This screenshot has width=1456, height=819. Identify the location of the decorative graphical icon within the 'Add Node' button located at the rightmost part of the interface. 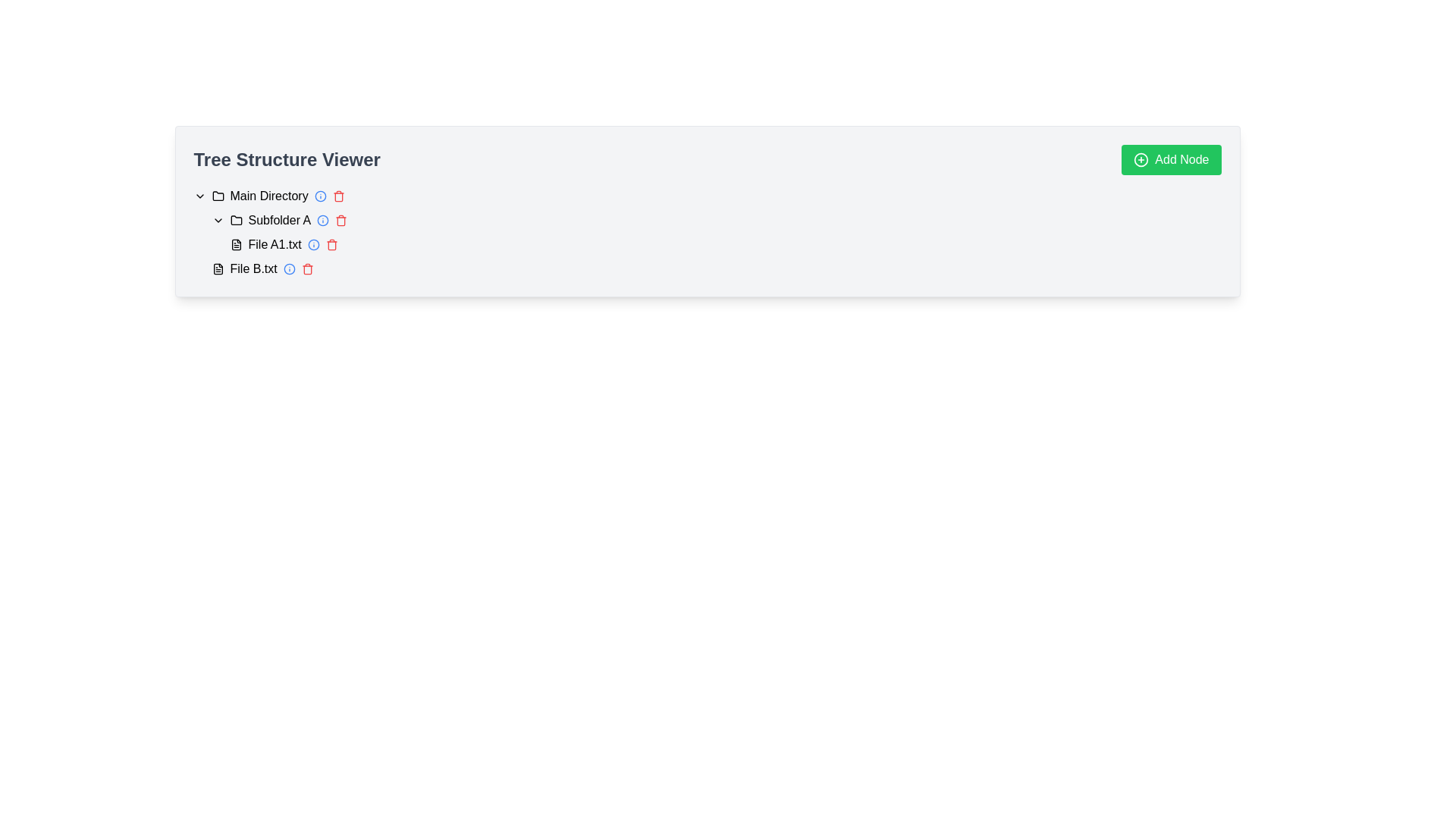
(1141, 160).